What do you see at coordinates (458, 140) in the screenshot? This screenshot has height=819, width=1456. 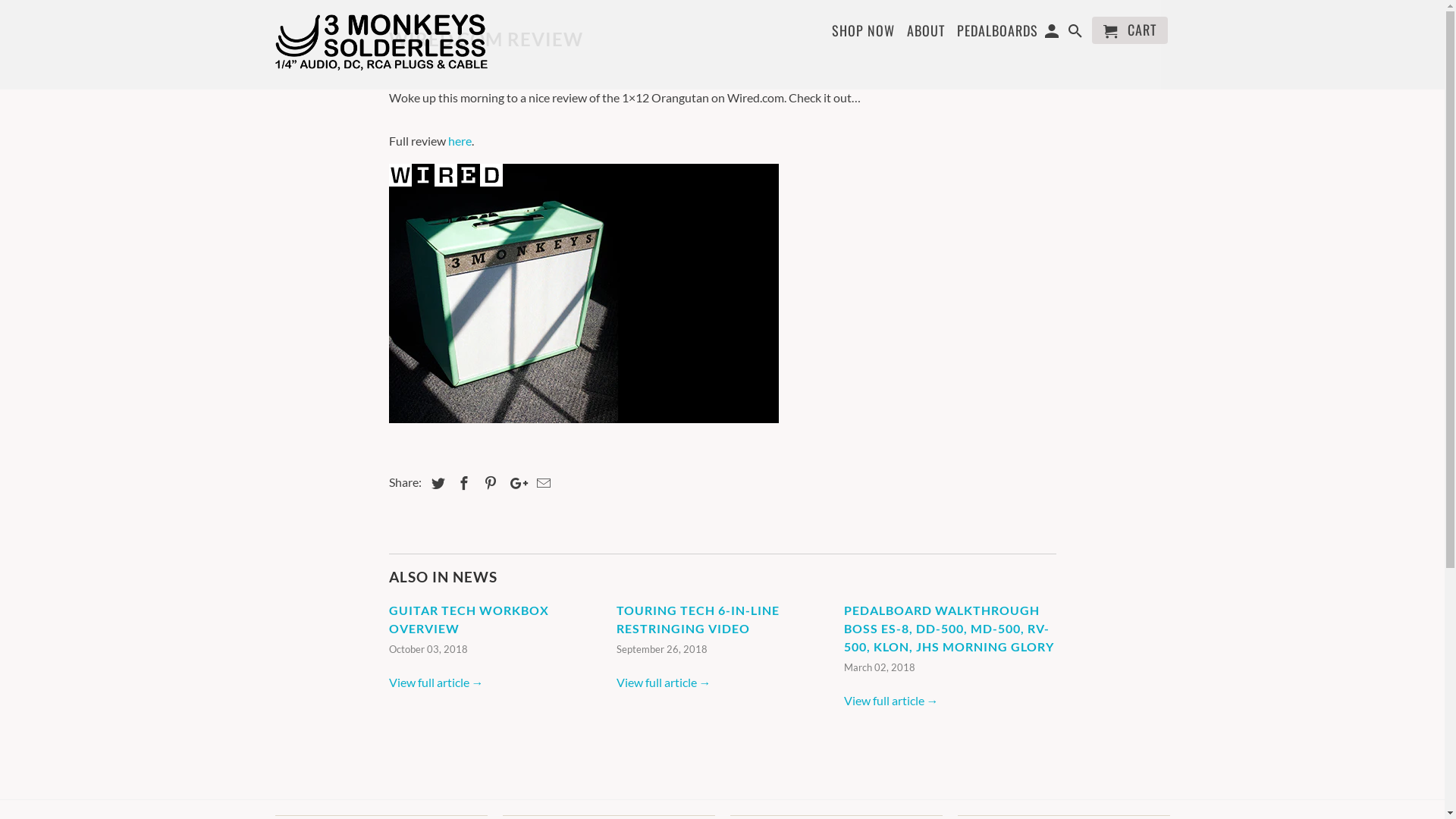 I see `'here'` at bounding box center [458, 140].